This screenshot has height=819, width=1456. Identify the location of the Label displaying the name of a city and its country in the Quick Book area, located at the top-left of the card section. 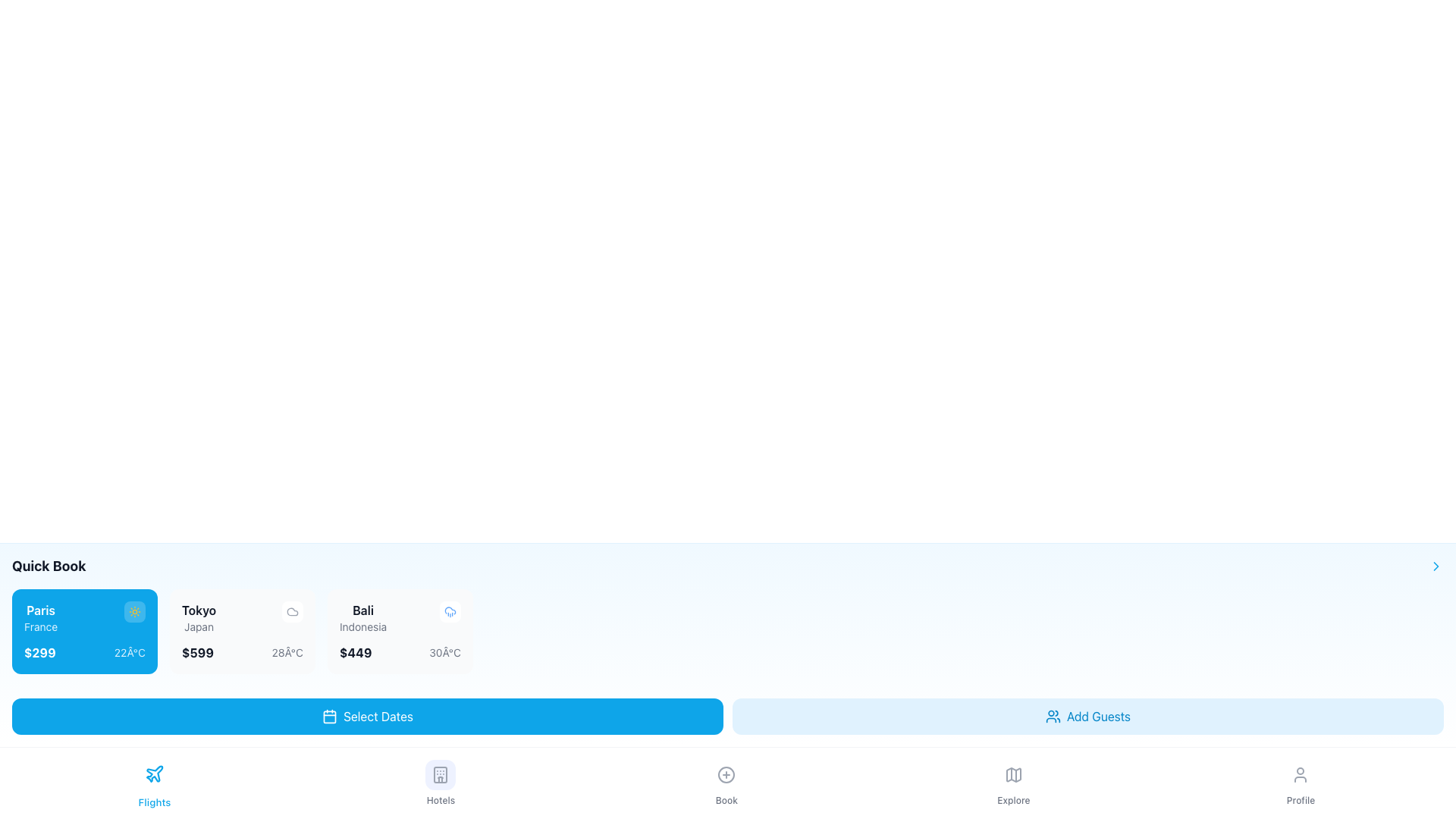
(41, 617).